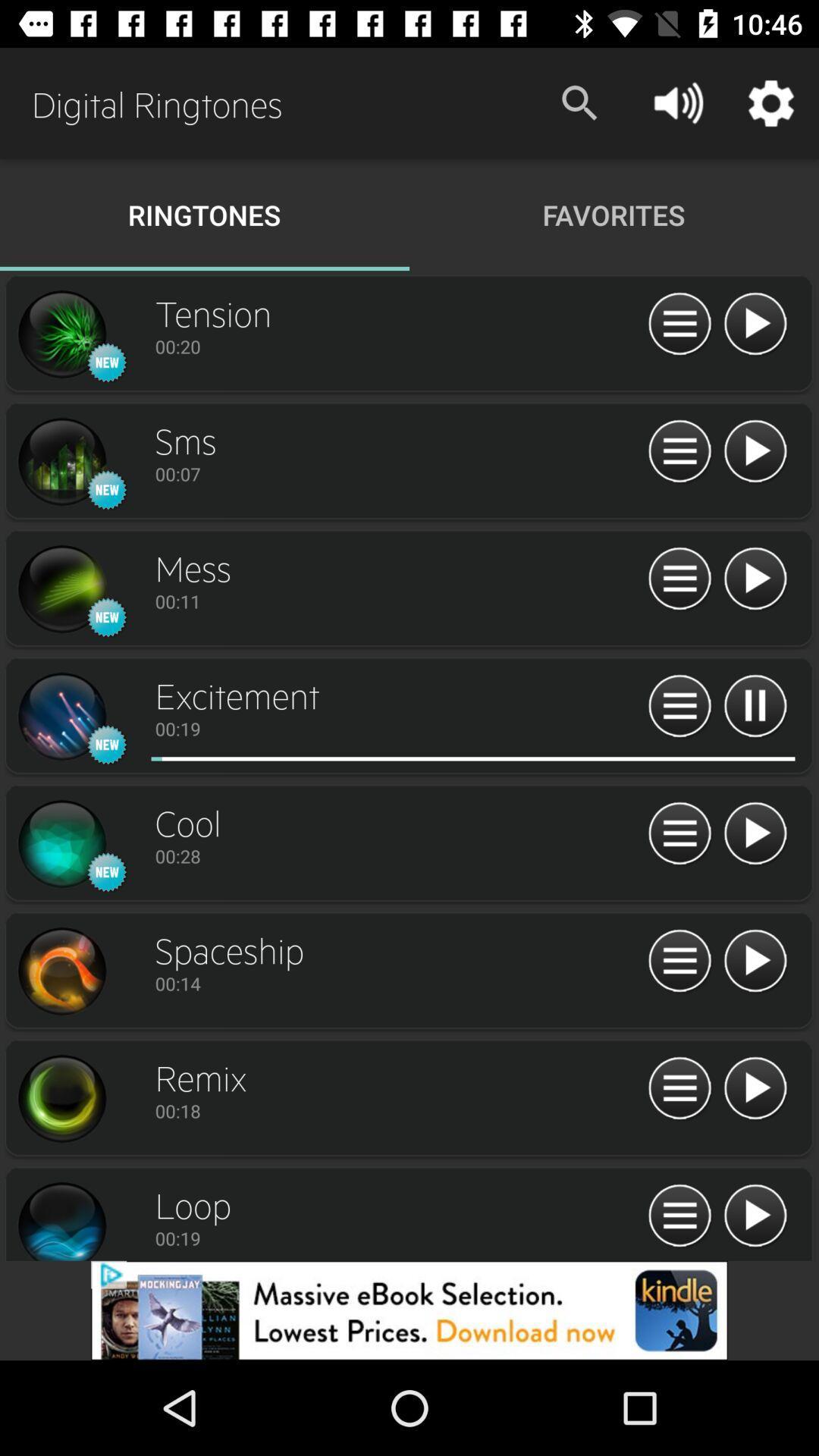 The width and height of the screenshot is (819, 1456). What do you see at coordinates (679, 324) in the screenshot?
I see `menu dropdown for tension ringtone` at bounding box center [679, 324].